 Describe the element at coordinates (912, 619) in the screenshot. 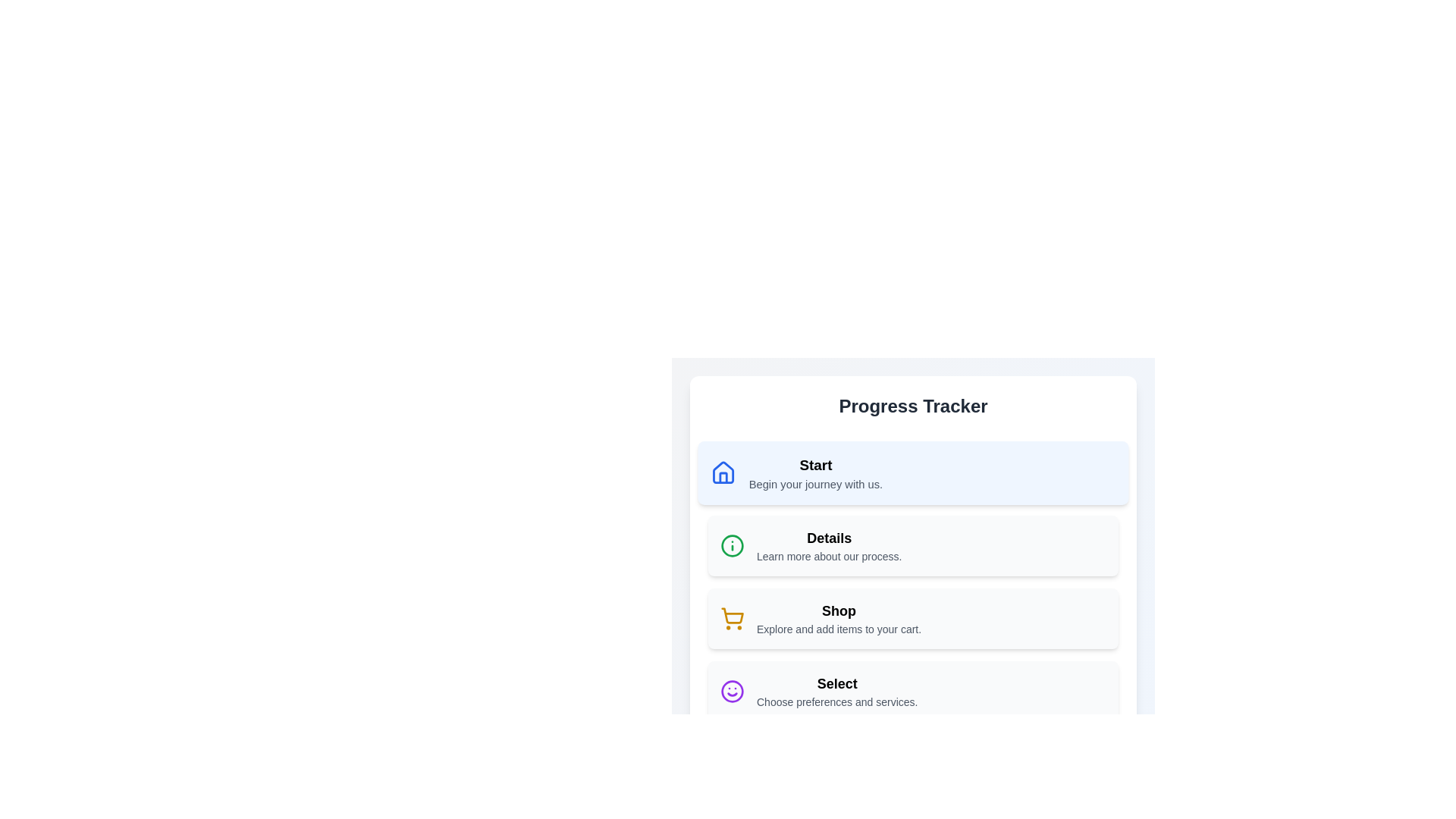

I see `the 'Shop' step panel in the multi-step progress tracker interface` at that location.